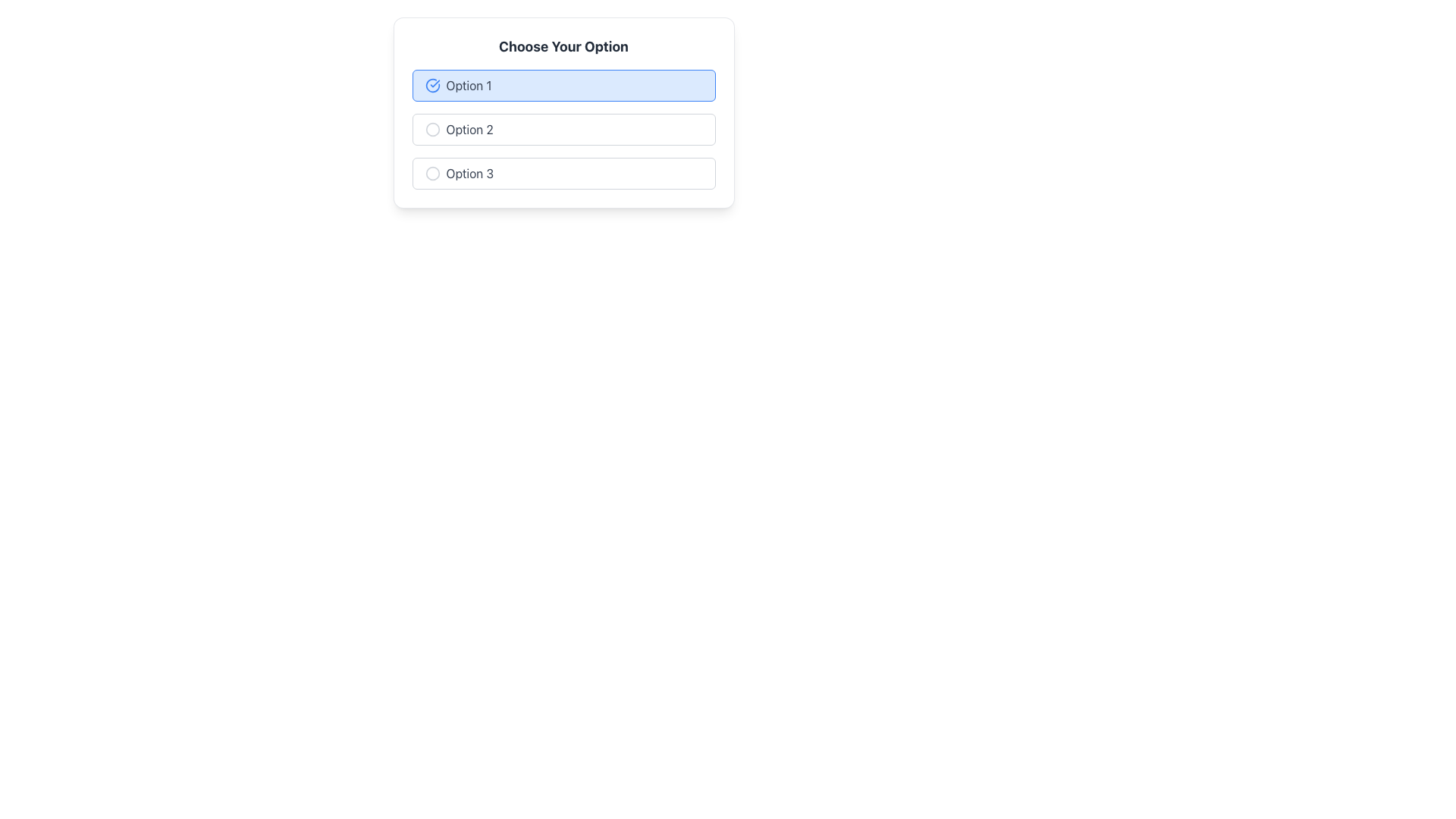 Image resolution: width=1456 pixels, height=819 pixels. What do you see at coordinates (563, 85) in the screenshot?
I see `the first option button in the selection menu, which has a blue background indicating it is the active choice` at bounding box center [563, 85].